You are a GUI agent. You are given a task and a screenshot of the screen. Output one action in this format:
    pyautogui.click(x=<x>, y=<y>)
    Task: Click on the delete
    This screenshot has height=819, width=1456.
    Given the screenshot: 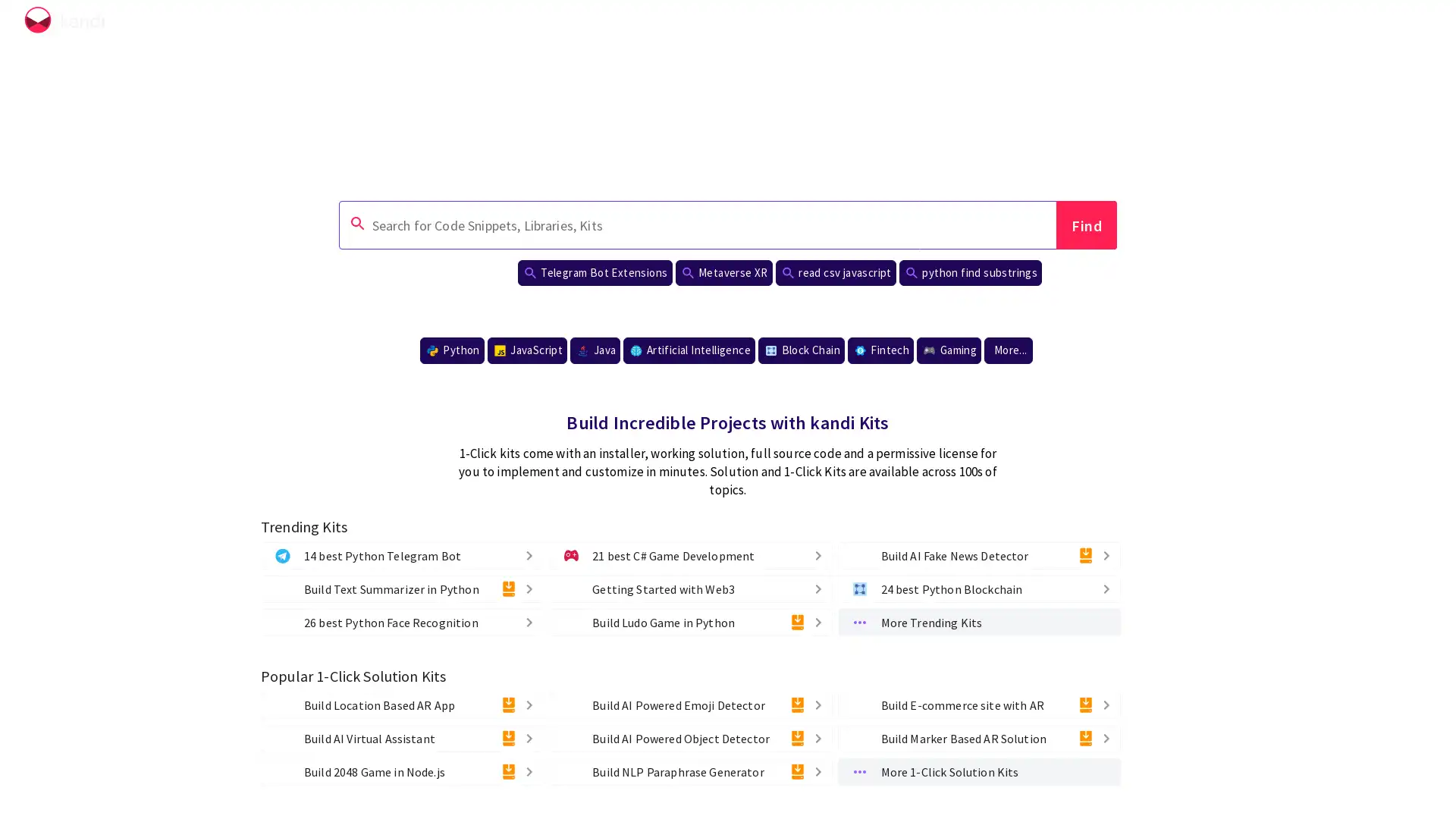 What is the action you would take?
    pyautogui.click(x=529, y=704)
    